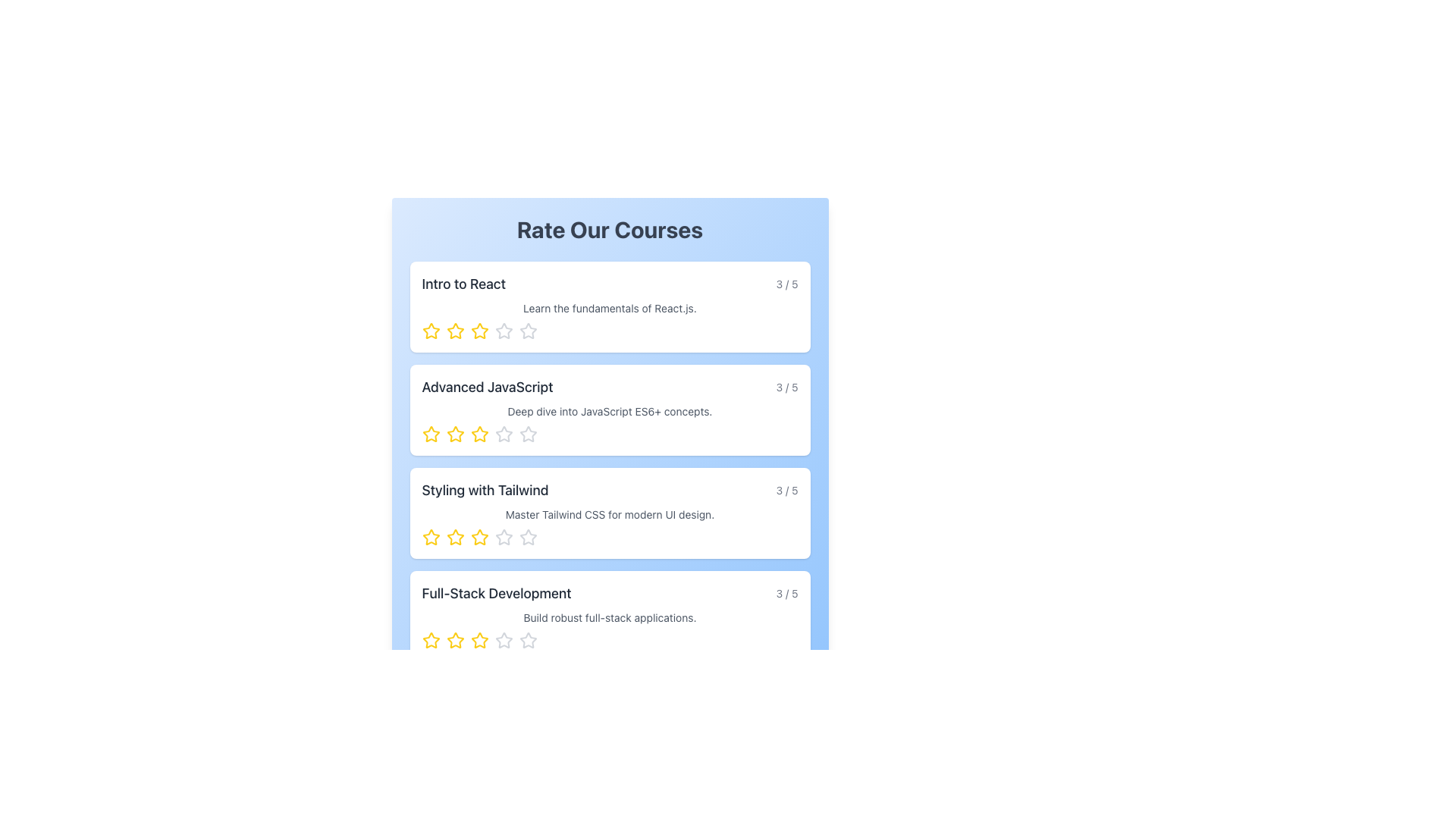 The height and width of the screenshot is (819, 1456). What do you see at coordinates (454, 434) in the screenshot?
I see `the second star in the rating sequence of the 'Advanced JavaScript' course card to set the rating to 2 stars` at bounding box center [454, 434].